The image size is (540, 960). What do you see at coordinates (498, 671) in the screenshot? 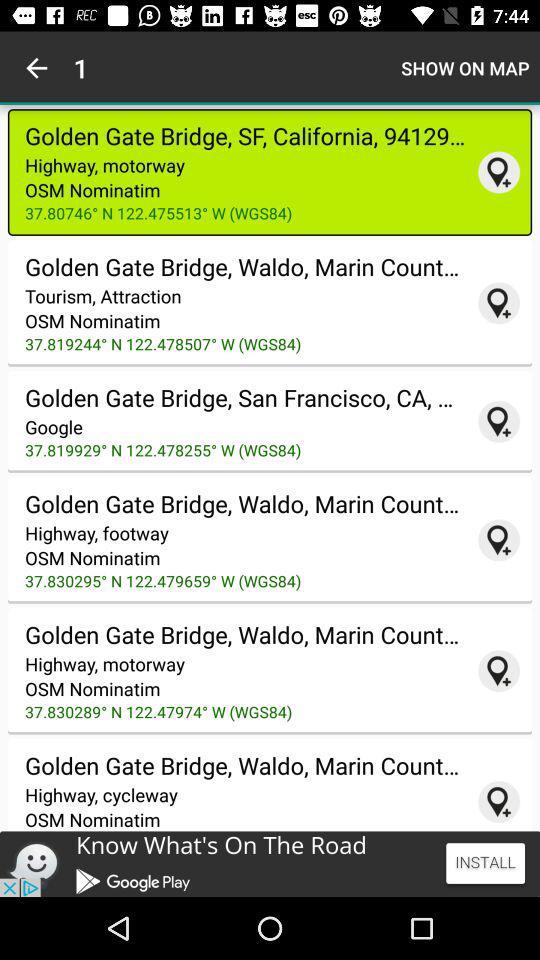
I see `edit this location` at bounding box center [498, 671].